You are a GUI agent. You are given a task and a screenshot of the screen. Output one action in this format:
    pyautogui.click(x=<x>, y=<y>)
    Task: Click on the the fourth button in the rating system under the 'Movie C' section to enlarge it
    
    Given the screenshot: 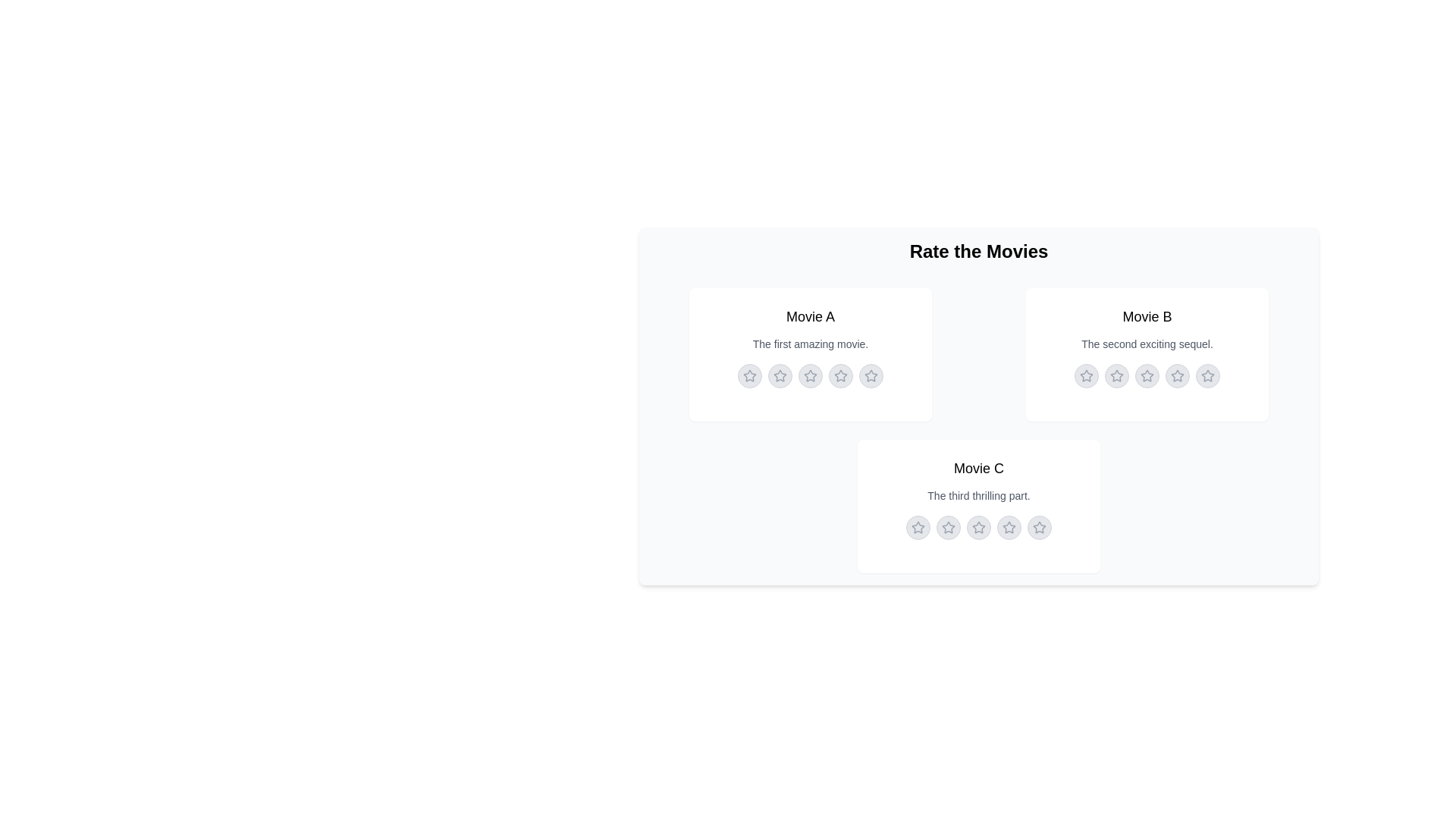 What is the action you would take?
    pyautogui.click(x=1009, y=526)
    